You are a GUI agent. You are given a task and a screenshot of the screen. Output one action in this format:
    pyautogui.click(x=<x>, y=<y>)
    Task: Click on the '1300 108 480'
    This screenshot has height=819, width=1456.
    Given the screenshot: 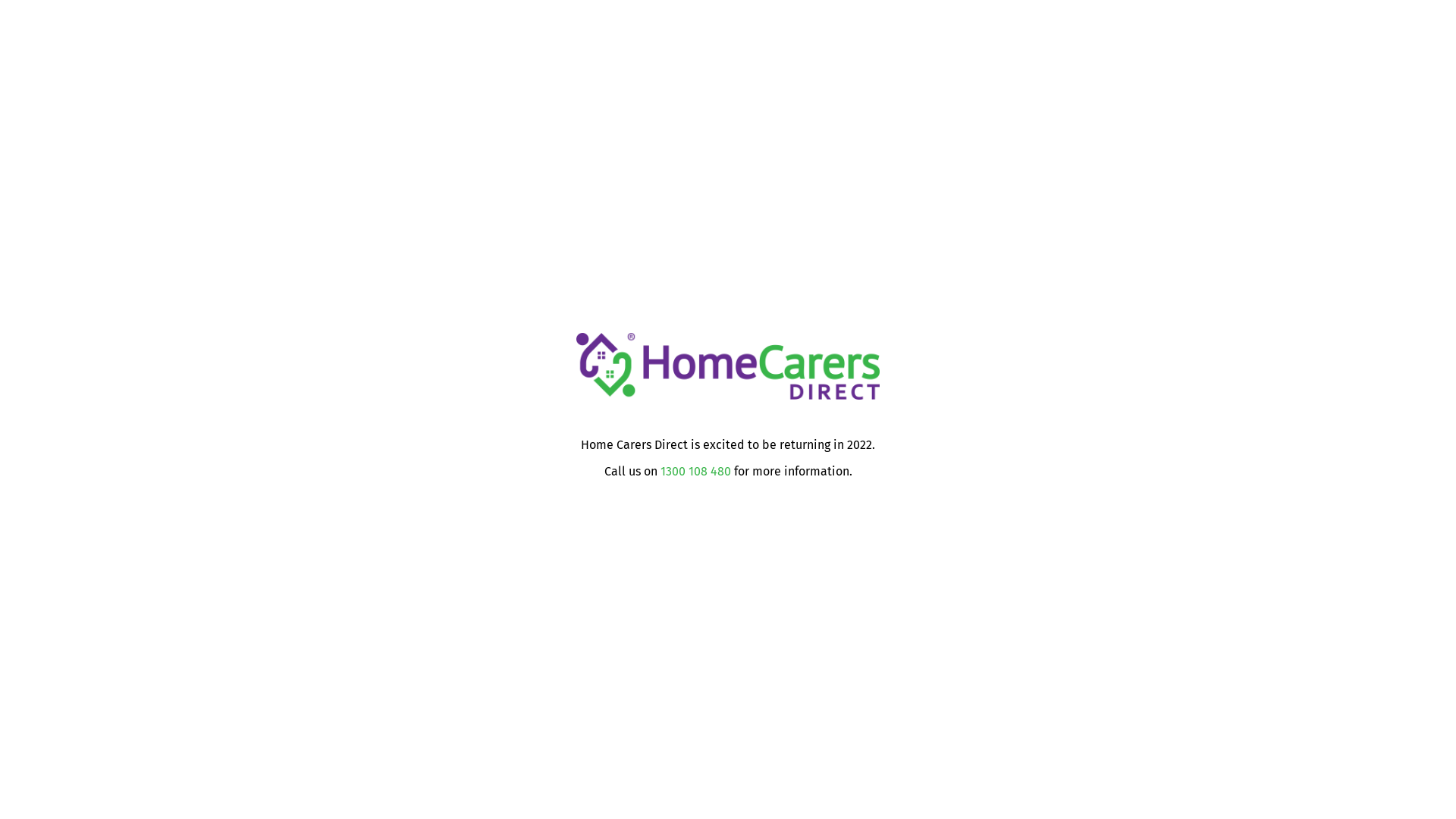 What is the action you would take?
    pyautogui.click(x=659, y=470)
    